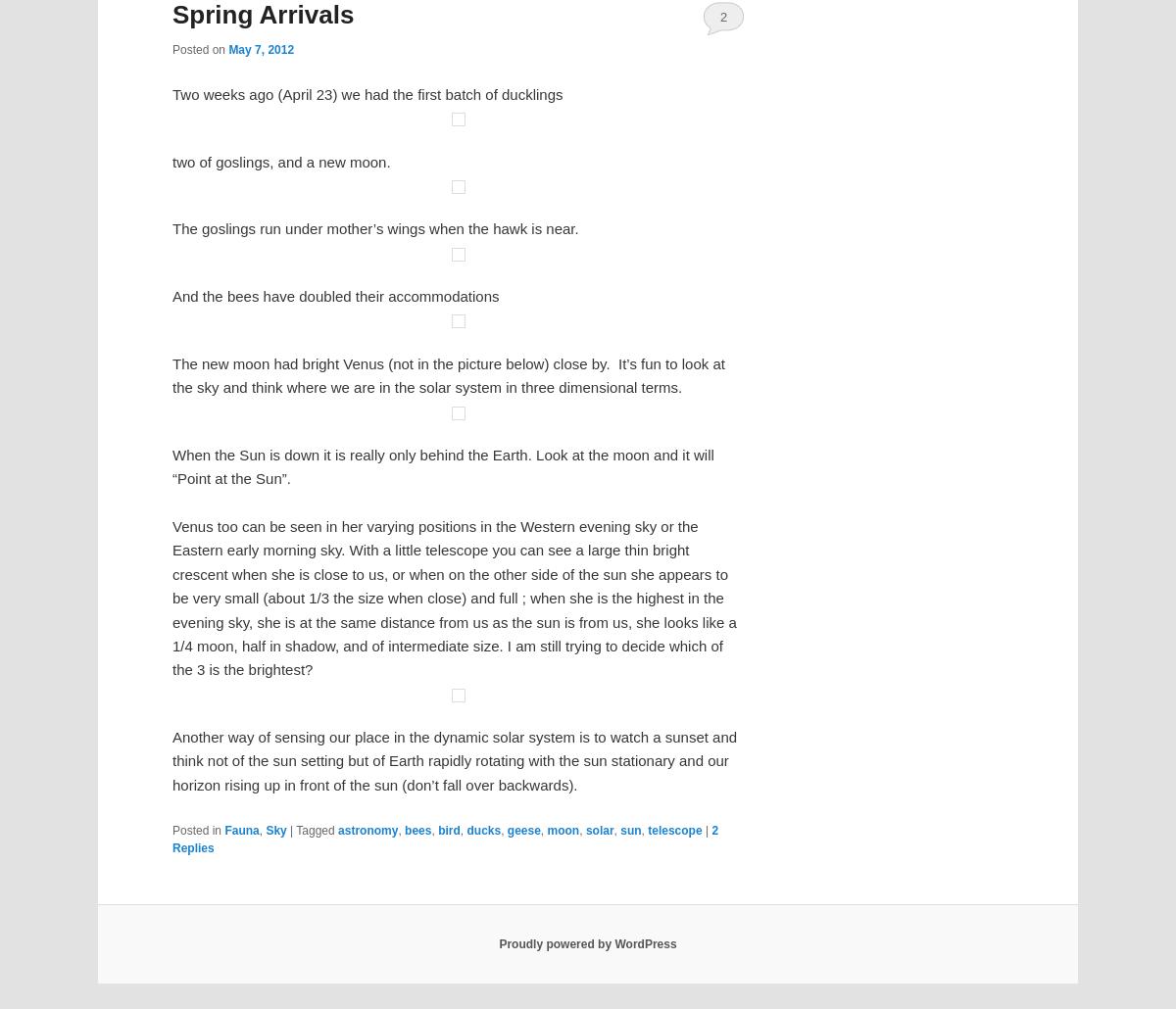  Describe the element at coordinates (500, 658) in the screenshot. I see `'bugs'` at that location.